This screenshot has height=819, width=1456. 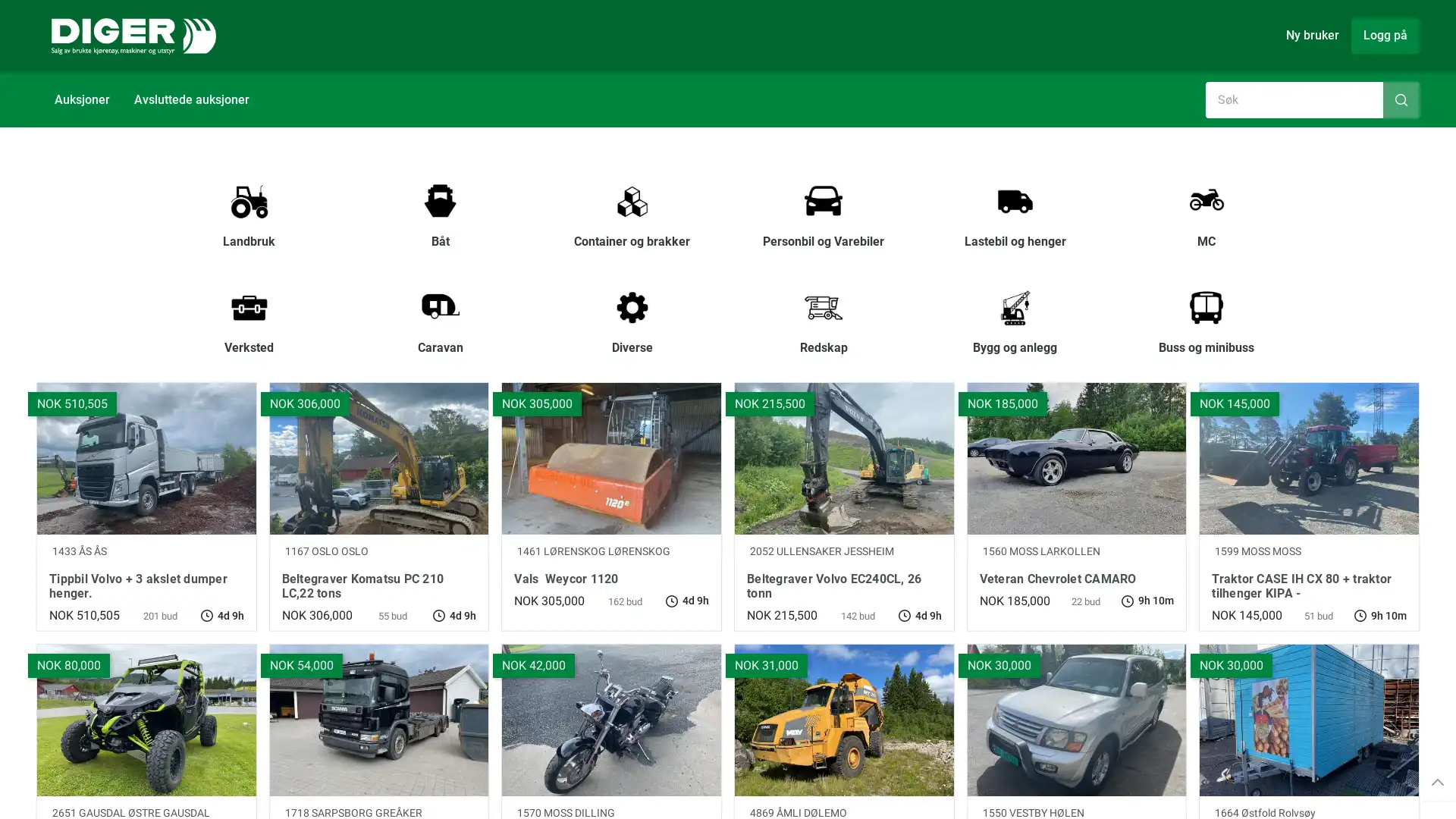 I want to click on Auksjoner, so click(x=81, y=99).